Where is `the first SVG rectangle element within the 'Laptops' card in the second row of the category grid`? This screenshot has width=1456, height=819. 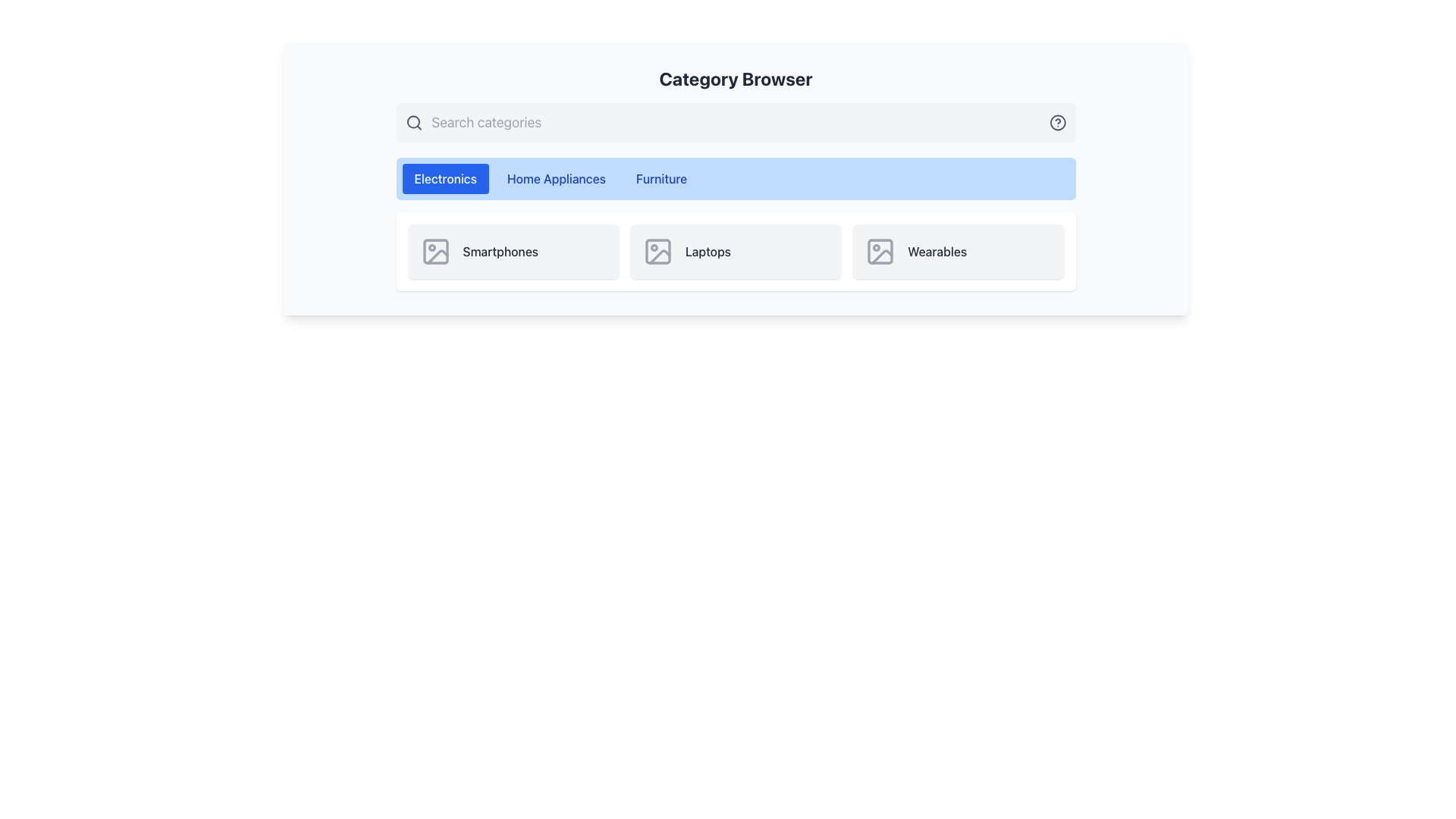
the first SVG rectangle element within the 'Laptops' card in the second row of the category grid is located at coordinates (657, 250).